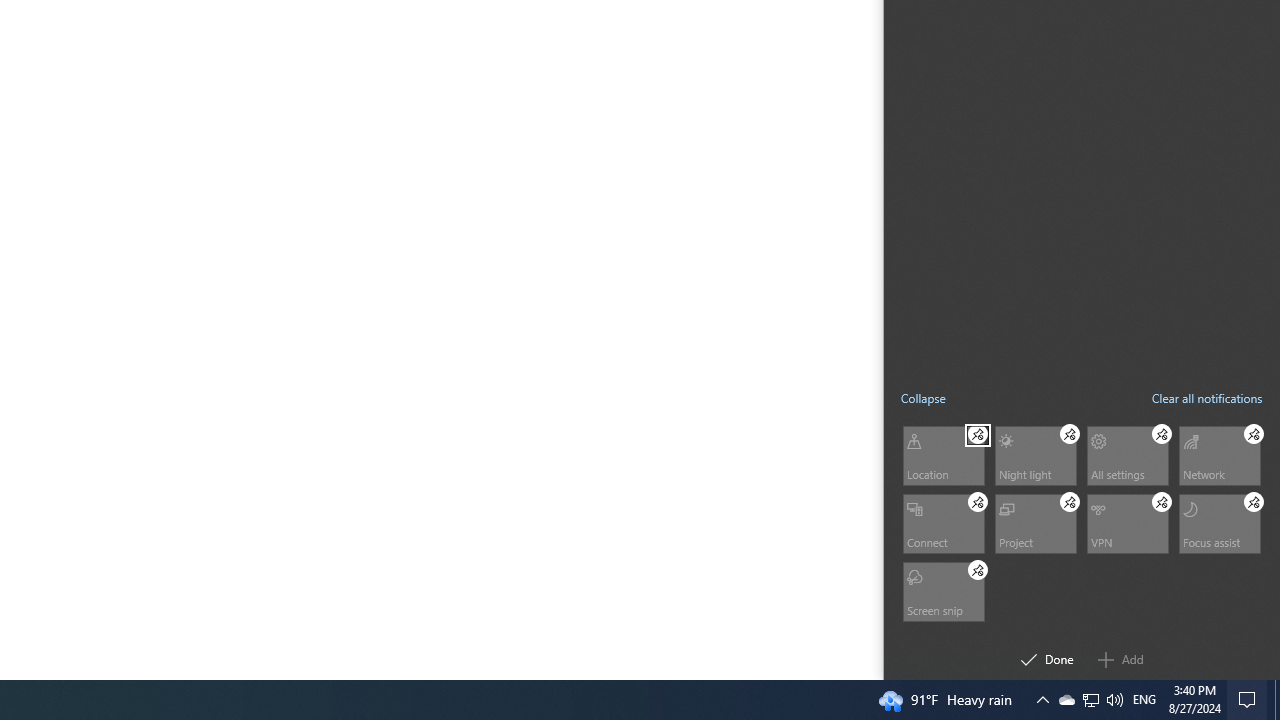  Describe the element at coordinates (1034, 455) in the screenshot. I see `'Night light'` at that location.